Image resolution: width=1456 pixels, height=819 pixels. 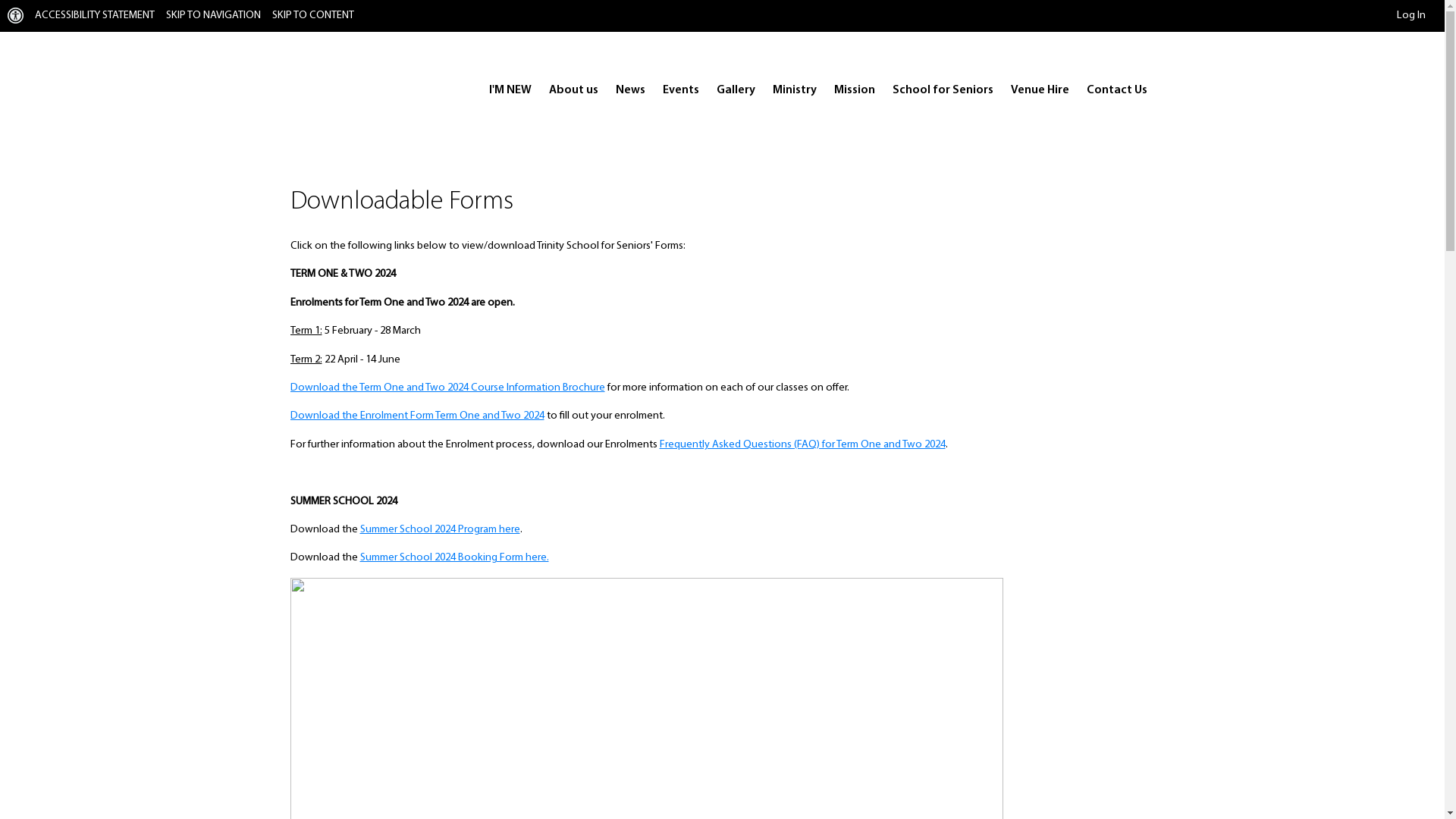 What do you see at coordinates (510, 90) in the screenshot?
I see `'I'M NEW'` at bounding box center [510, 90].